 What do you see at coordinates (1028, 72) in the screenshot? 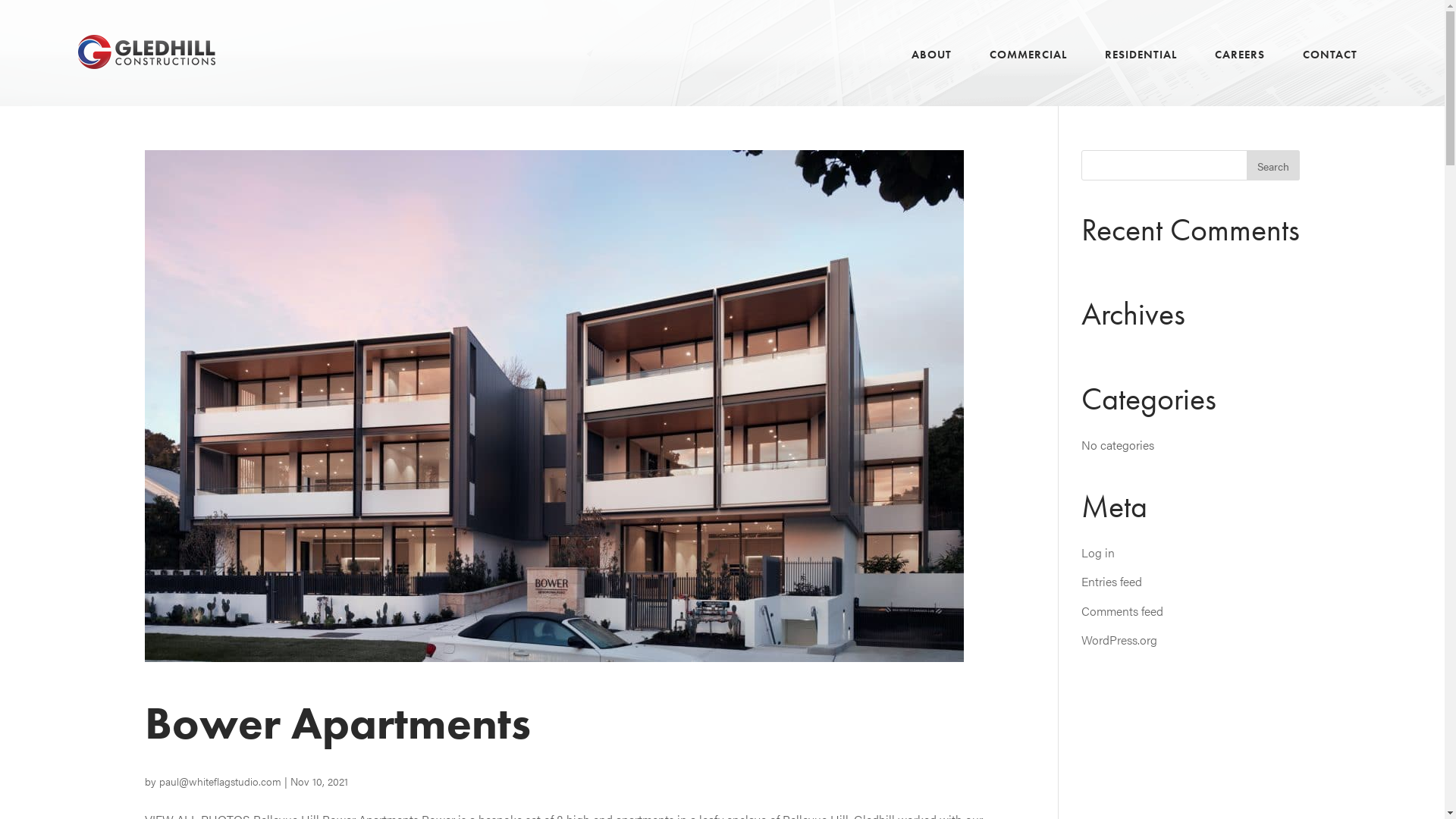
I see `'COMMERCIAL'` at bounding box center [1028, 72].